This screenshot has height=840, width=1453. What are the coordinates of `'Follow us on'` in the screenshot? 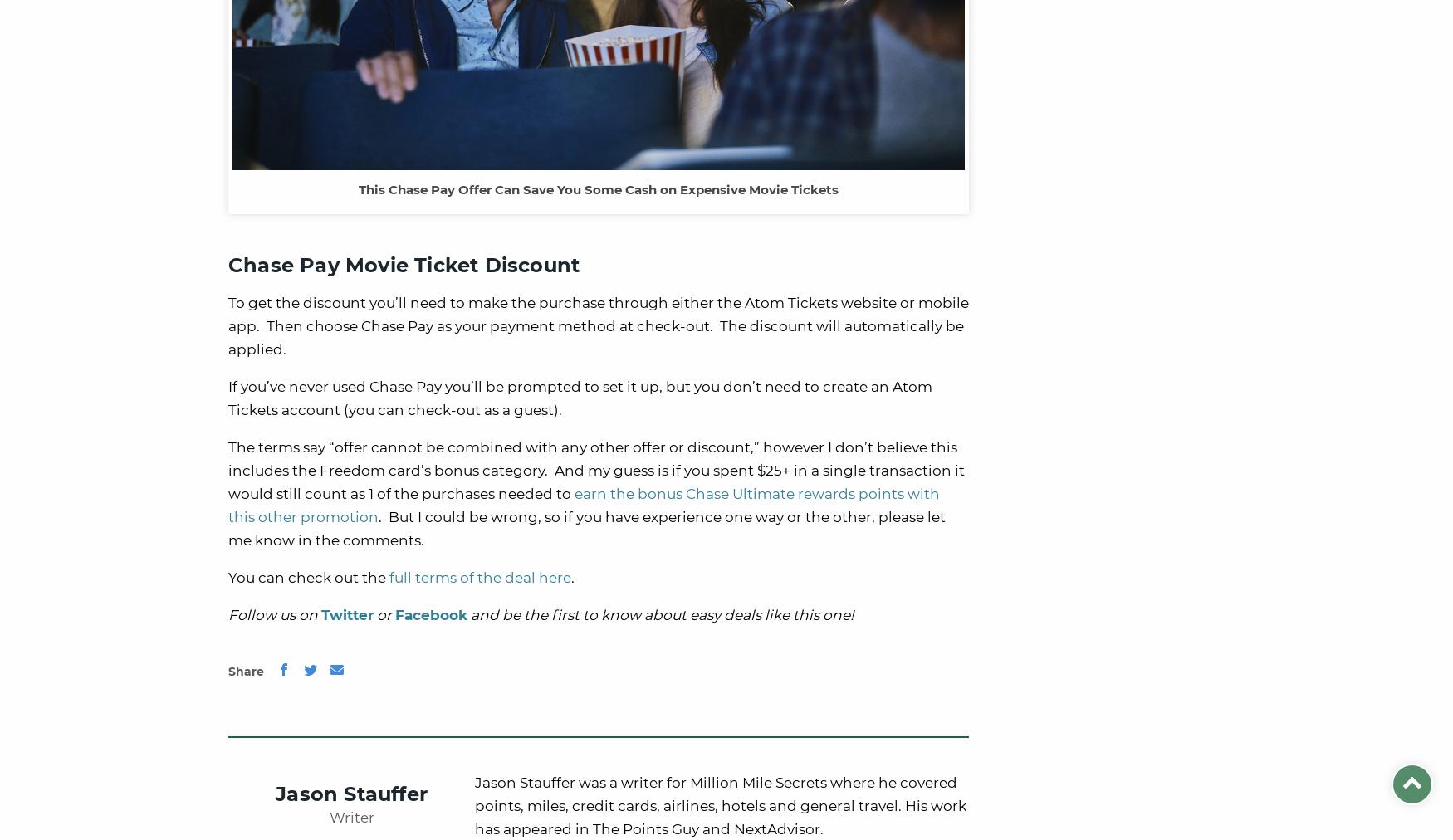 It's located at (274, 614).